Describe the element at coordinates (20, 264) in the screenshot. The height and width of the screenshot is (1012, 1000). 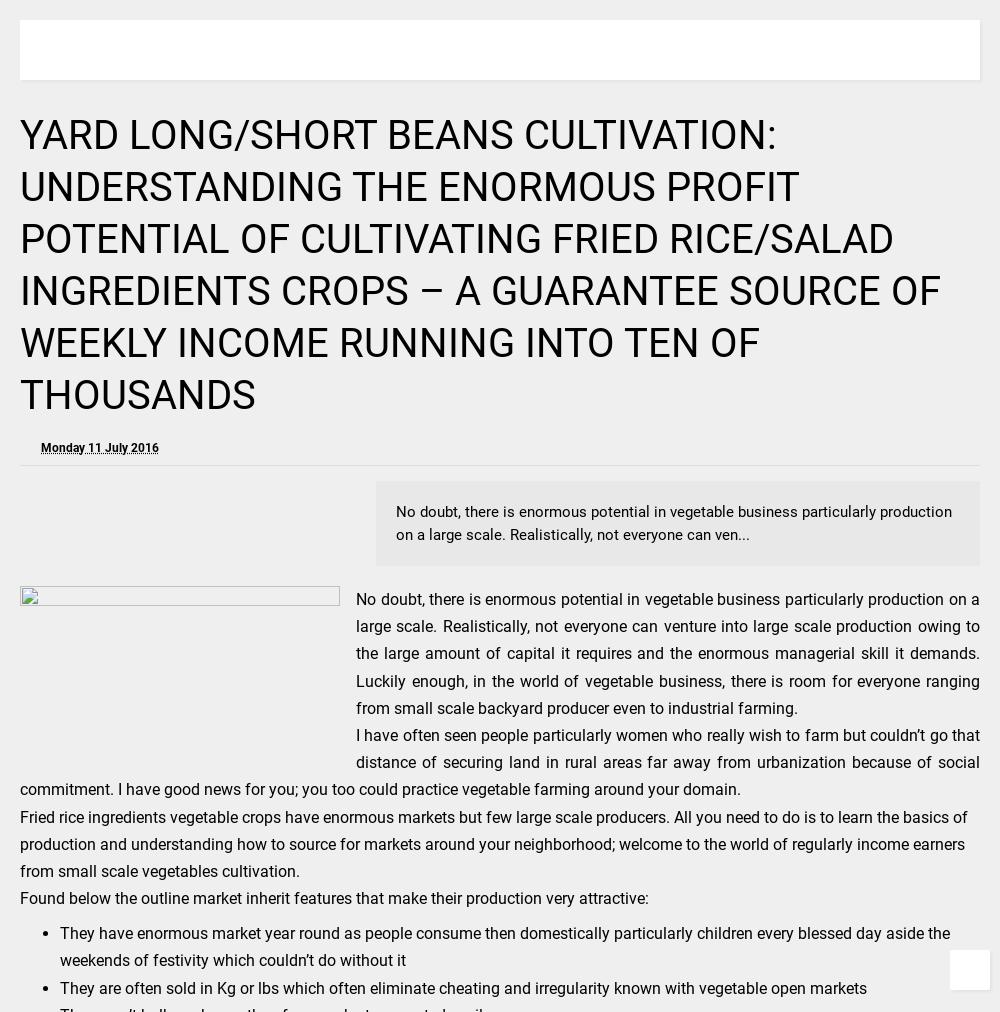
I see `'YARD LONG/SHORT BEANS CULTIVATION: UNDERSTANDING THE ENORMOUS PROFIT POTENTIAL OF CULTIVATING FRIED RICE/SALAD INGREDIENTS CROPS – A GUARANTEE SOURCE OF WEEKLY INCOME RUNNING INTO TEN OF THOUSANDS'` at that location.